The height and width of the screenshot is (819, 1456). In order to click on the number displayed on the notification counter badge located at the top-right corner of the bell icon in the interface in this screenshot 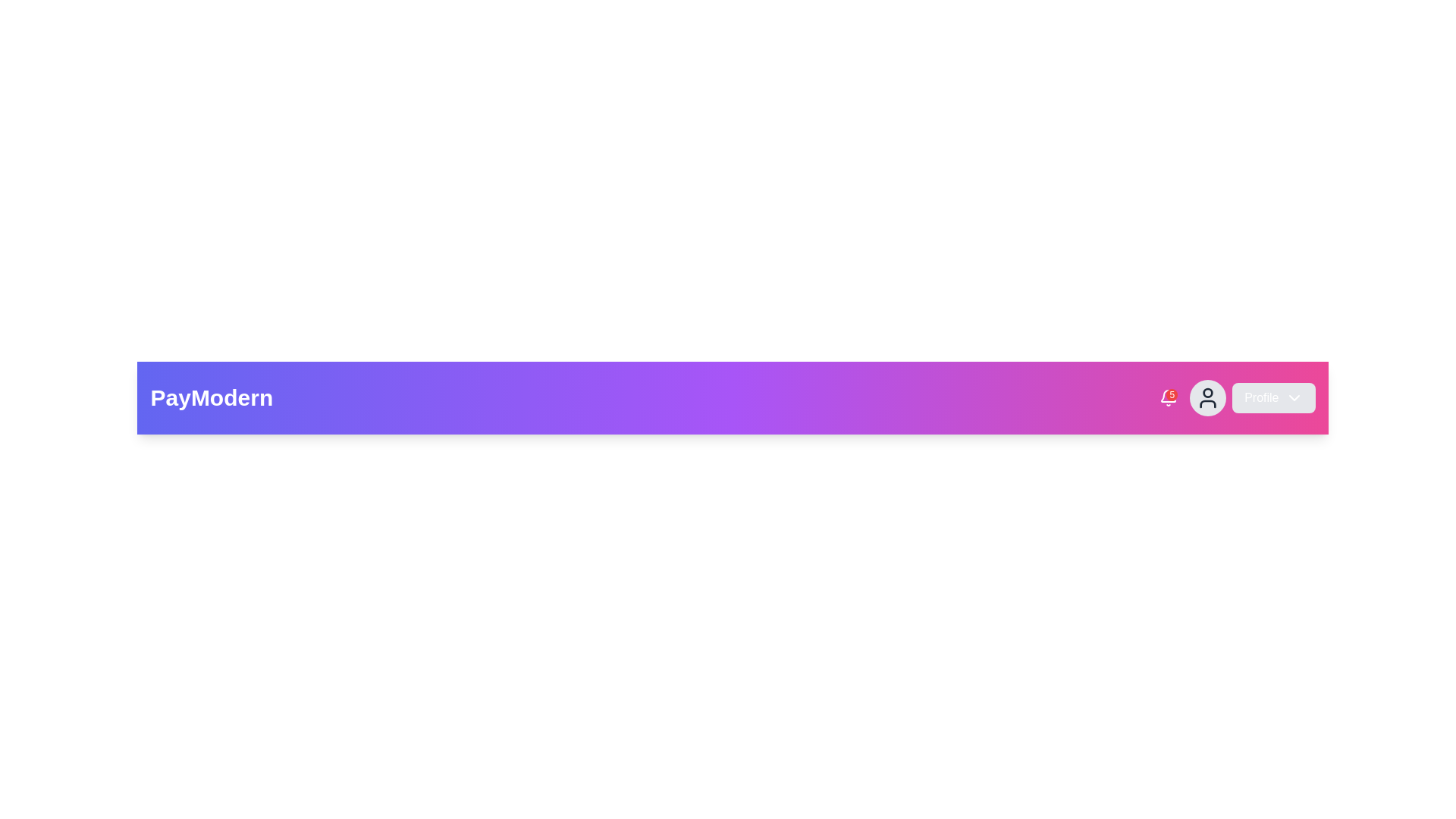, I will do `click(1171, 394)`.